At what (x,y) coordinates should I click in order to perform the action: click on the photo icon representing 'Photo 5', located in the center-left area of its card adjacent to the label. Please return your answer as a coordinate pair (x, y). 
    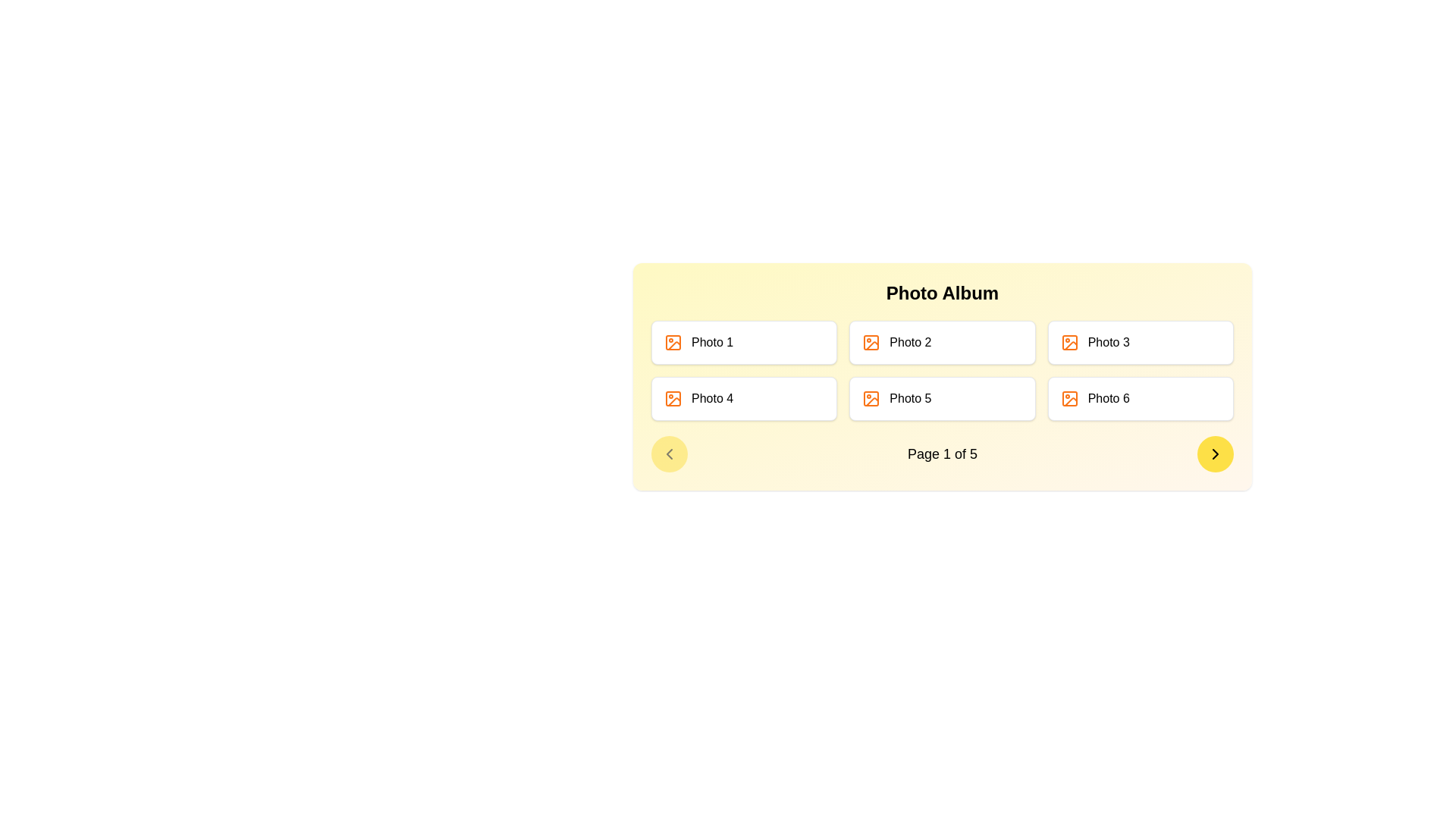
    Looking at the image, I should click on (871, 397).